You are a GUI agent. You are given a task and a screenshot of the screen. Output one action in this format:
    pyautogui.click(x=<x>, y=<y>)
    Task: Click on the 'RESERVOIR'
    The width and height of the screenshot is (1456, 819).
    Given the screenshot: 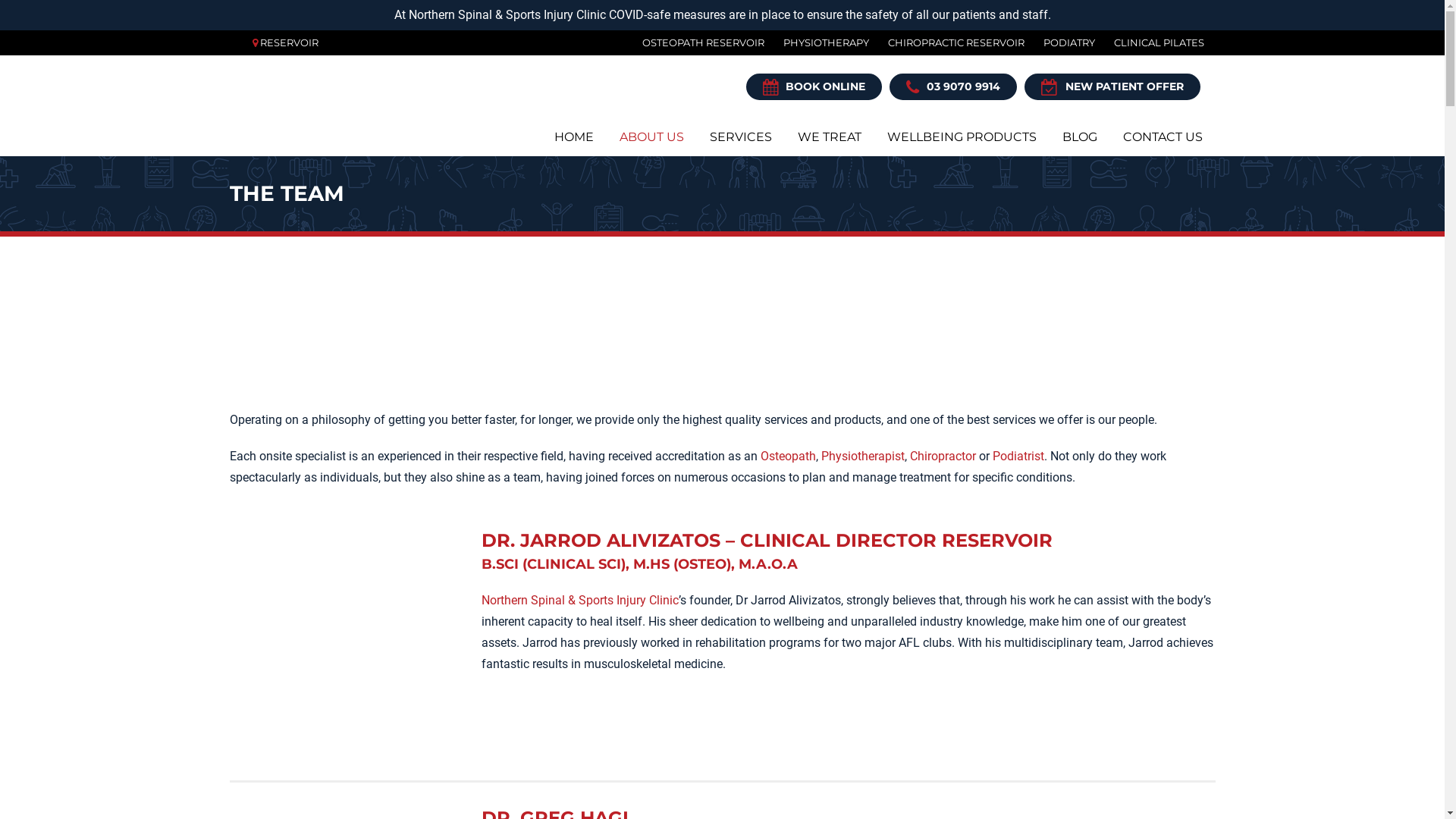 What is the action you would take?
    pyautogui.click(x=288, y=42)
    